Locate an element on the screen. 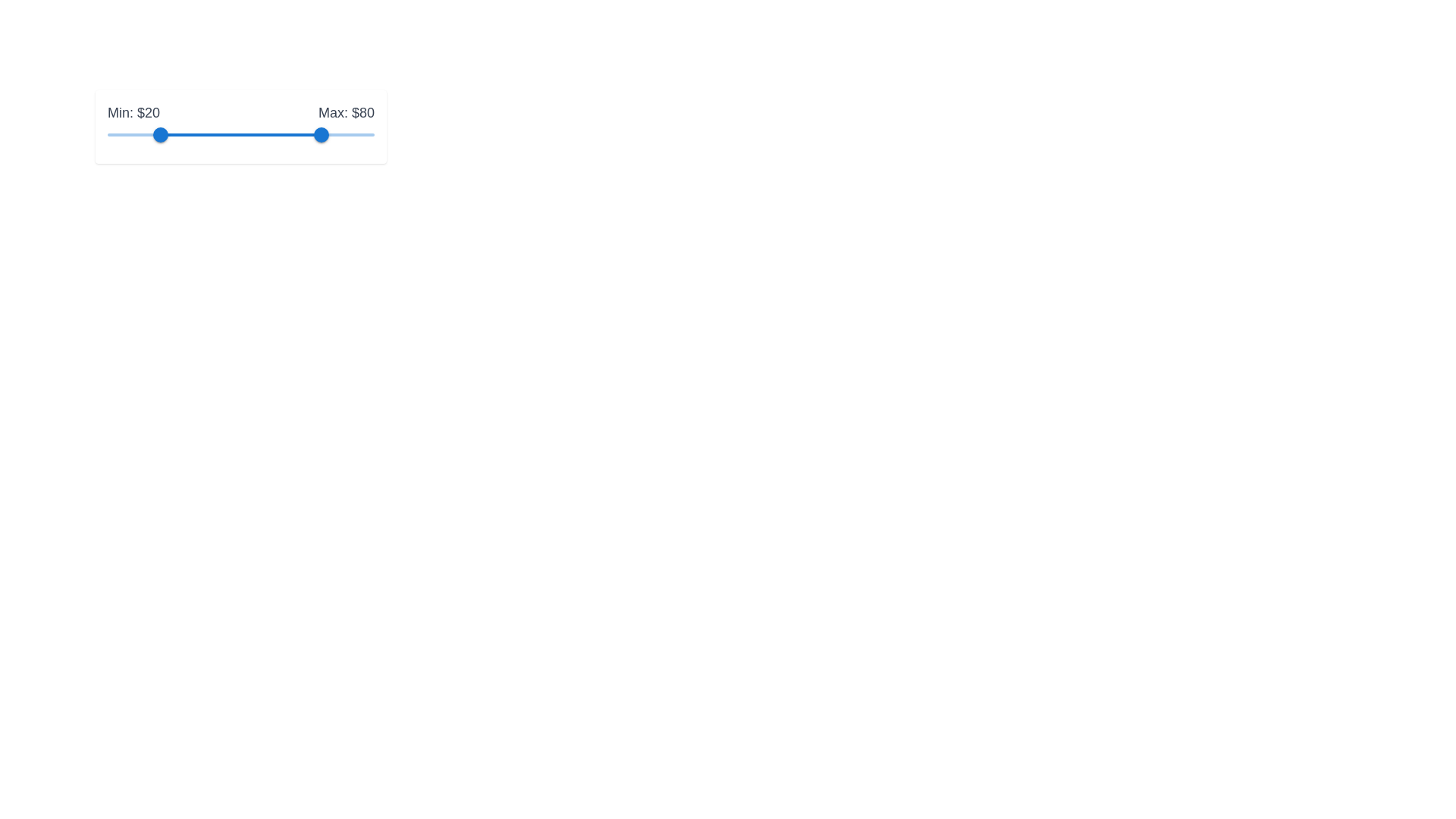  text displayed in the textual component showing 'Min: $20' on the left and 'Max: $80' on the right, positioned above the slider component is located at coordinates (240, 112).